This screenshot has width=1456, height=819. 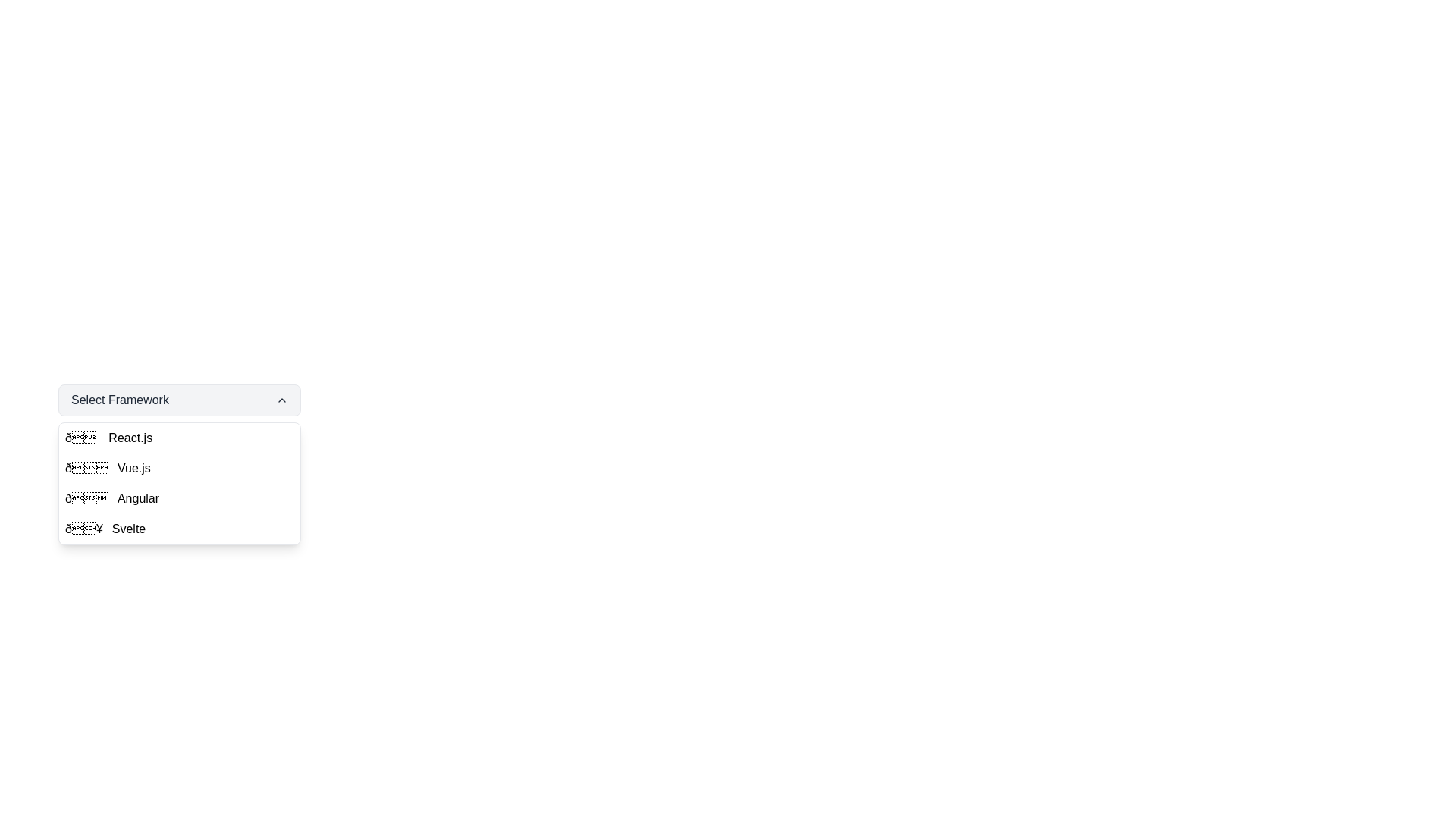 I want to click on the second item in the dropdown menu representing the Vue.js framework, so click(x=179, y=467).